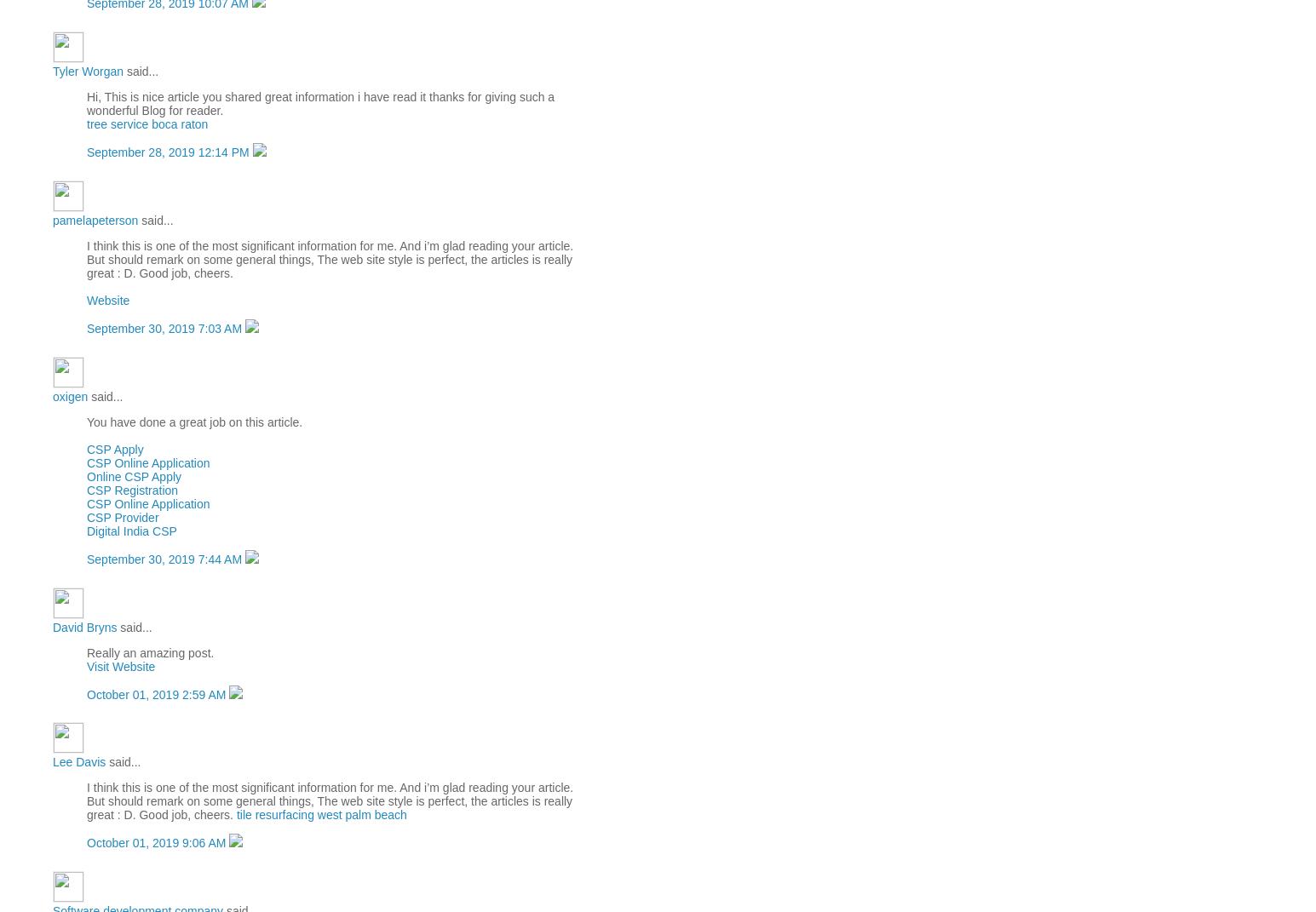 Image resolution: width=1316 pixels, height=912 pixels. Describe the element at coordinates (134, 475) in the screenshot. I see `'Online CSP Apply'` at that location.